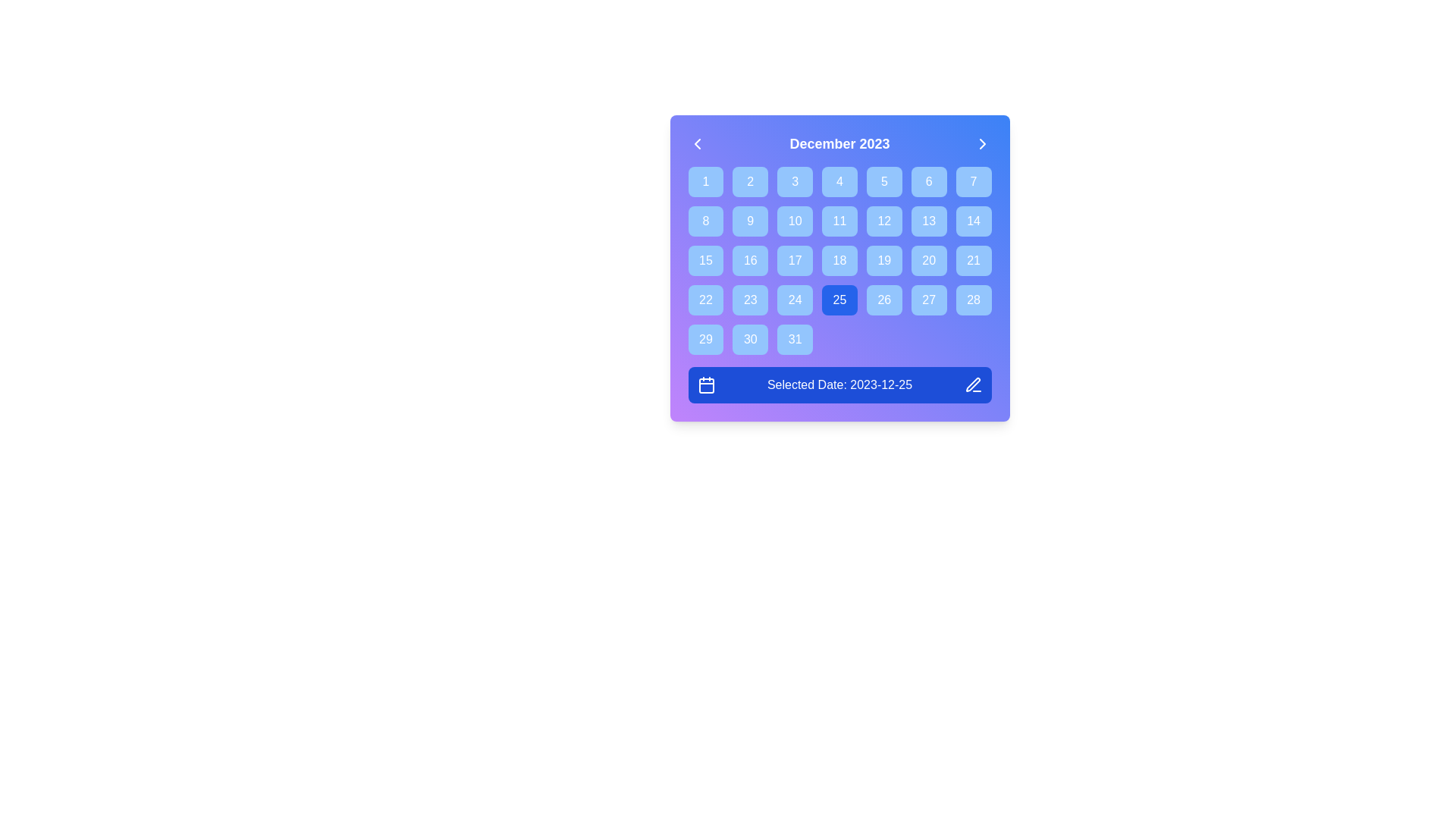 This screenshot has height=819, width=1456. What do you see at coordinates (982, 143) in the screenshot?
I see `the right-facing chevron arrow icon` at bounding box center [982, 143].